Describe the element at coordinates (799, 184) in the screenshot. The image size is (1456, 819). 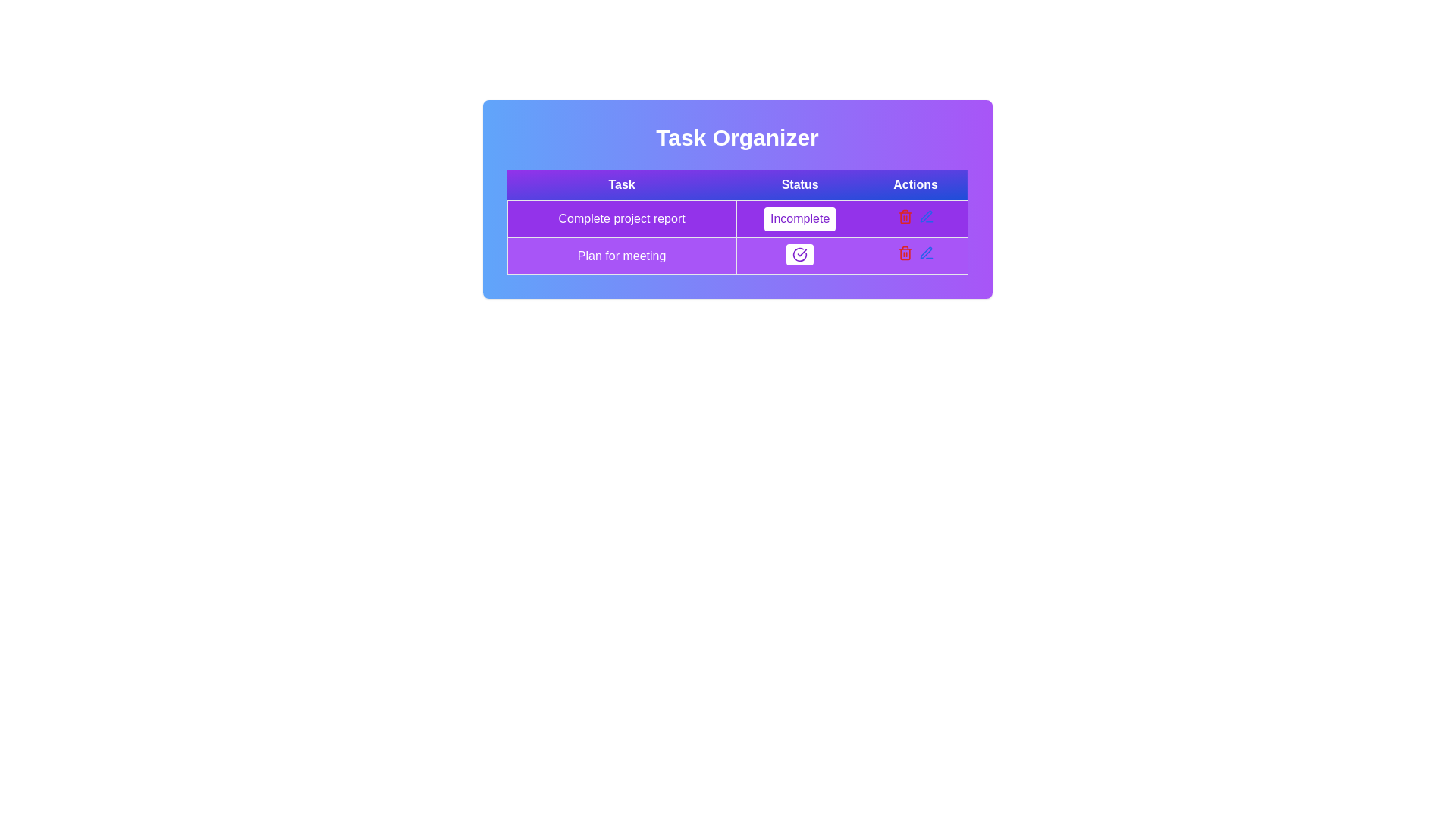
I see `the header label in the task table that indicates the status of tasks, positioned as the second tab from the left between the 'Task' and 'Actions' tabs` at that location.